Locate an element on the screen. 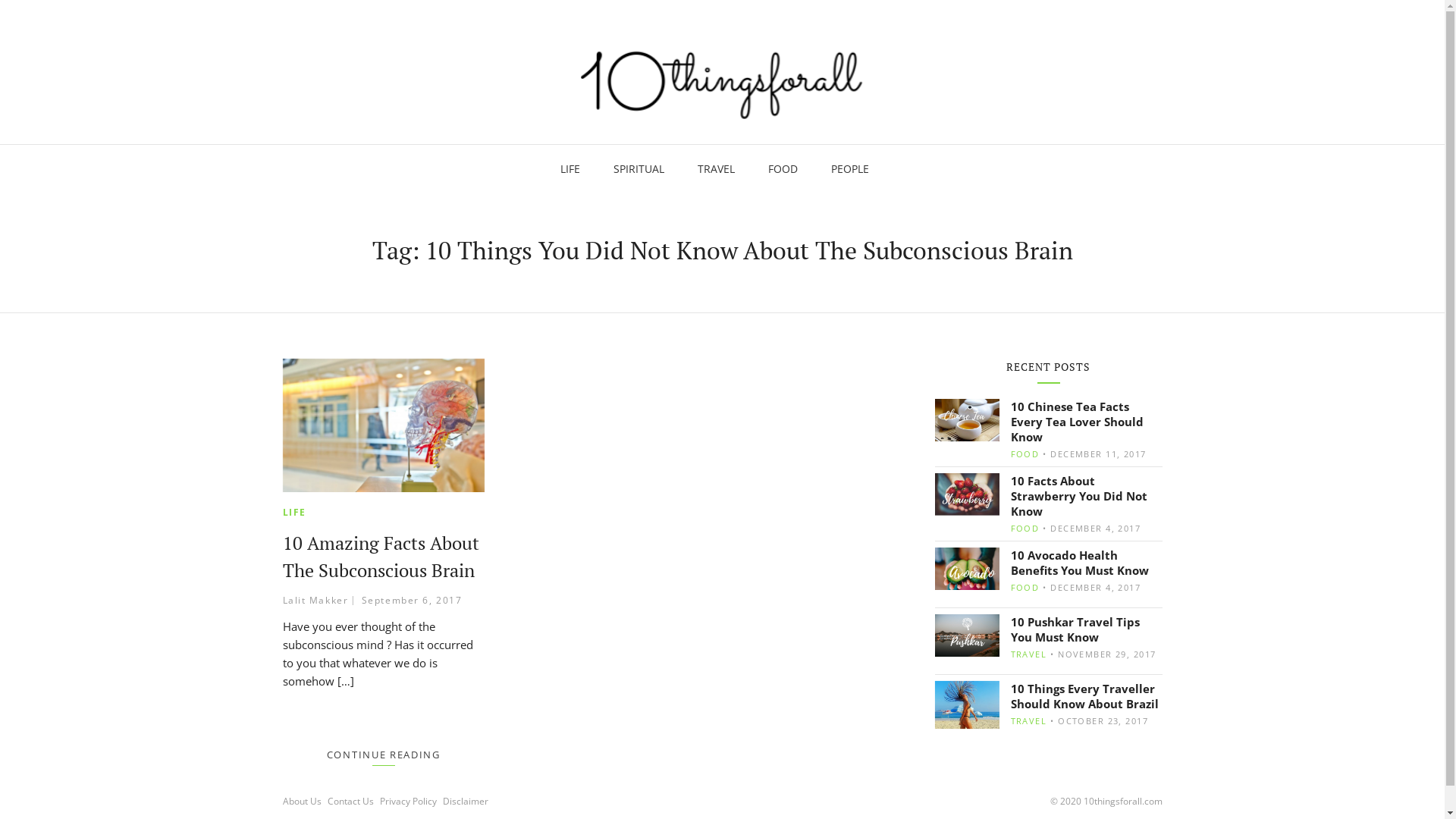  'About Us' is located at coordinates (282, 800).